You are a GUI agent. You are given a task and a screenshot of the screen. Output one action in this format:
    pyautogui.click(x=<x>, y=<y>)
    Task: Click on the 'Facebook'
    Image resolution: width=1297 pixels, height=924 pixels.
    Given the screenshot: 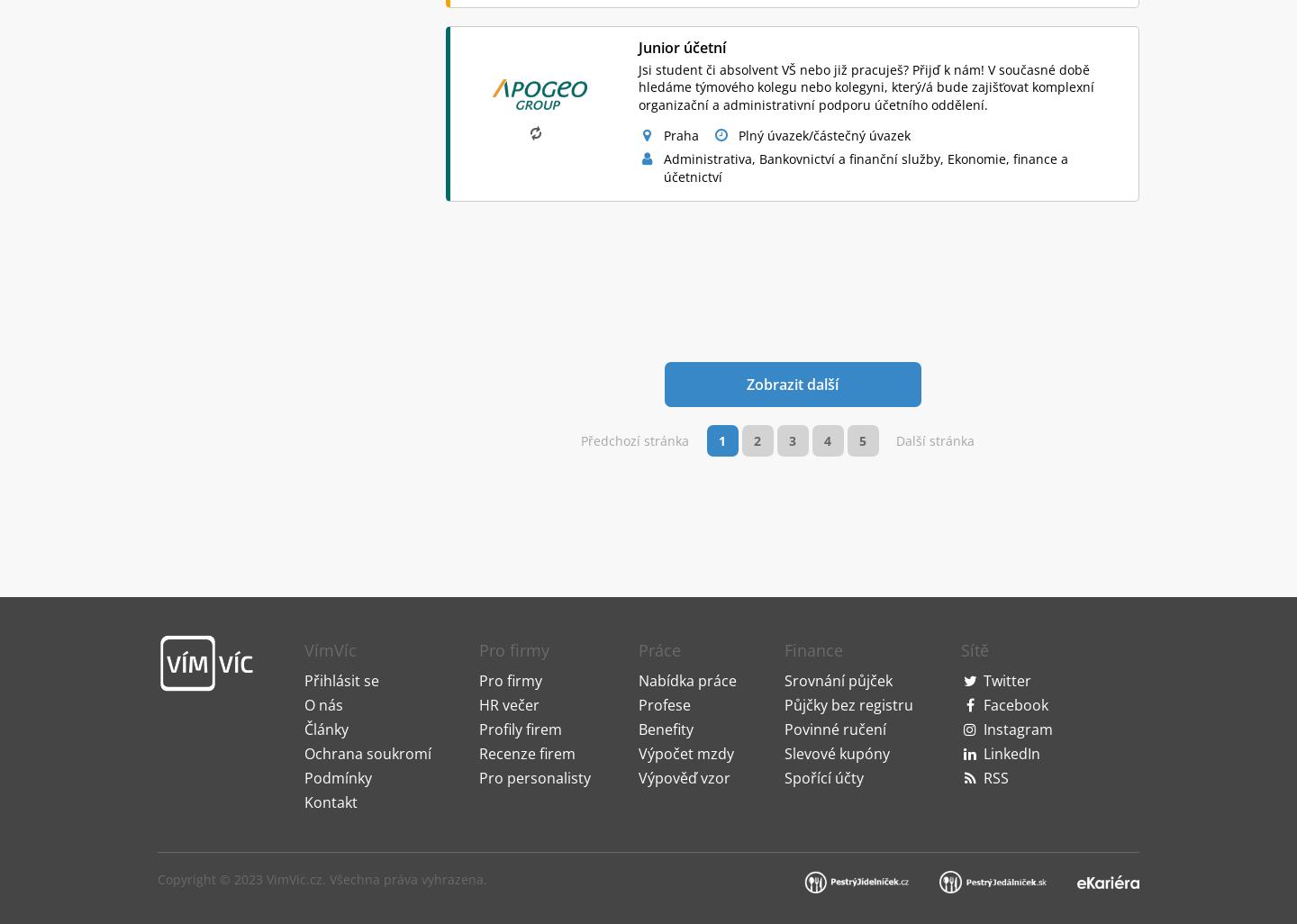 What is the action you would take?
    pyautogui.click(x=1013, y=496)
    